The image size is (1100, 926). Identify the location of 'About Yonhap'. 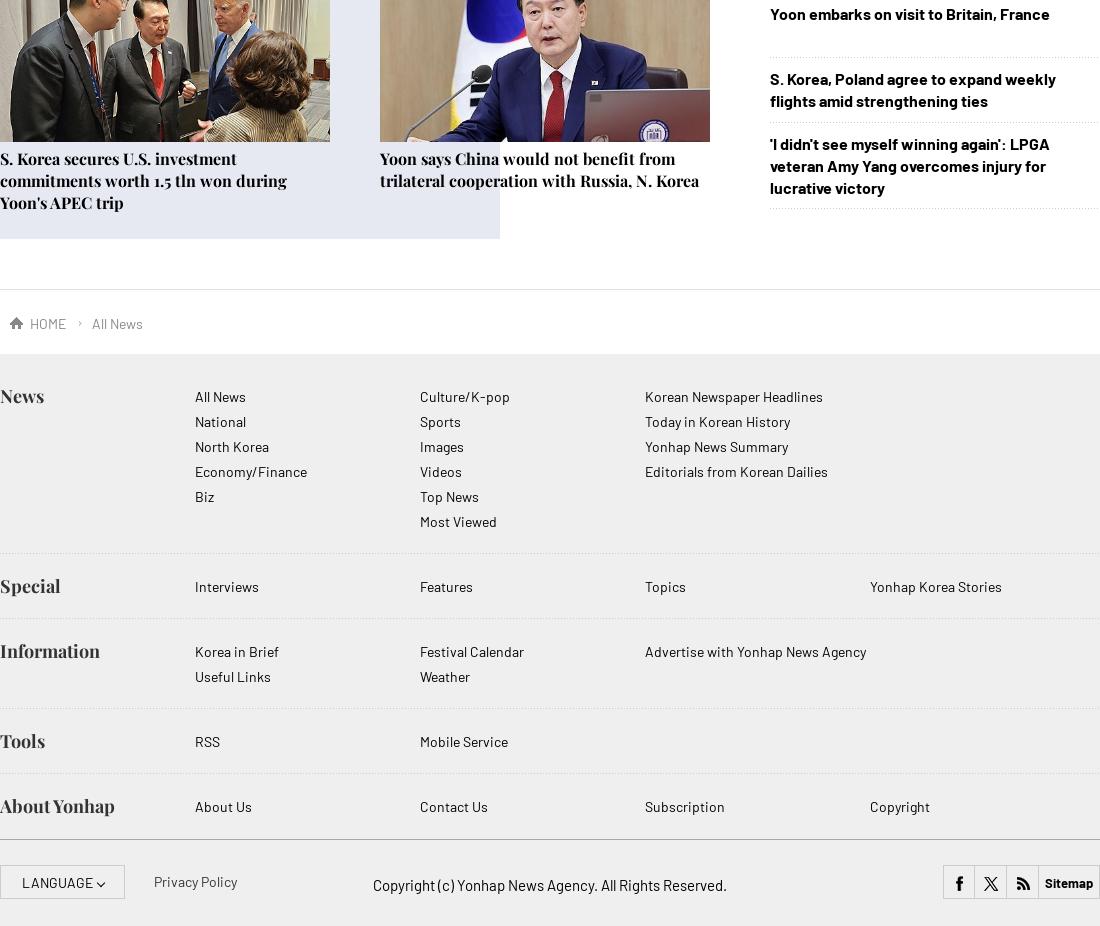
(0, 805).